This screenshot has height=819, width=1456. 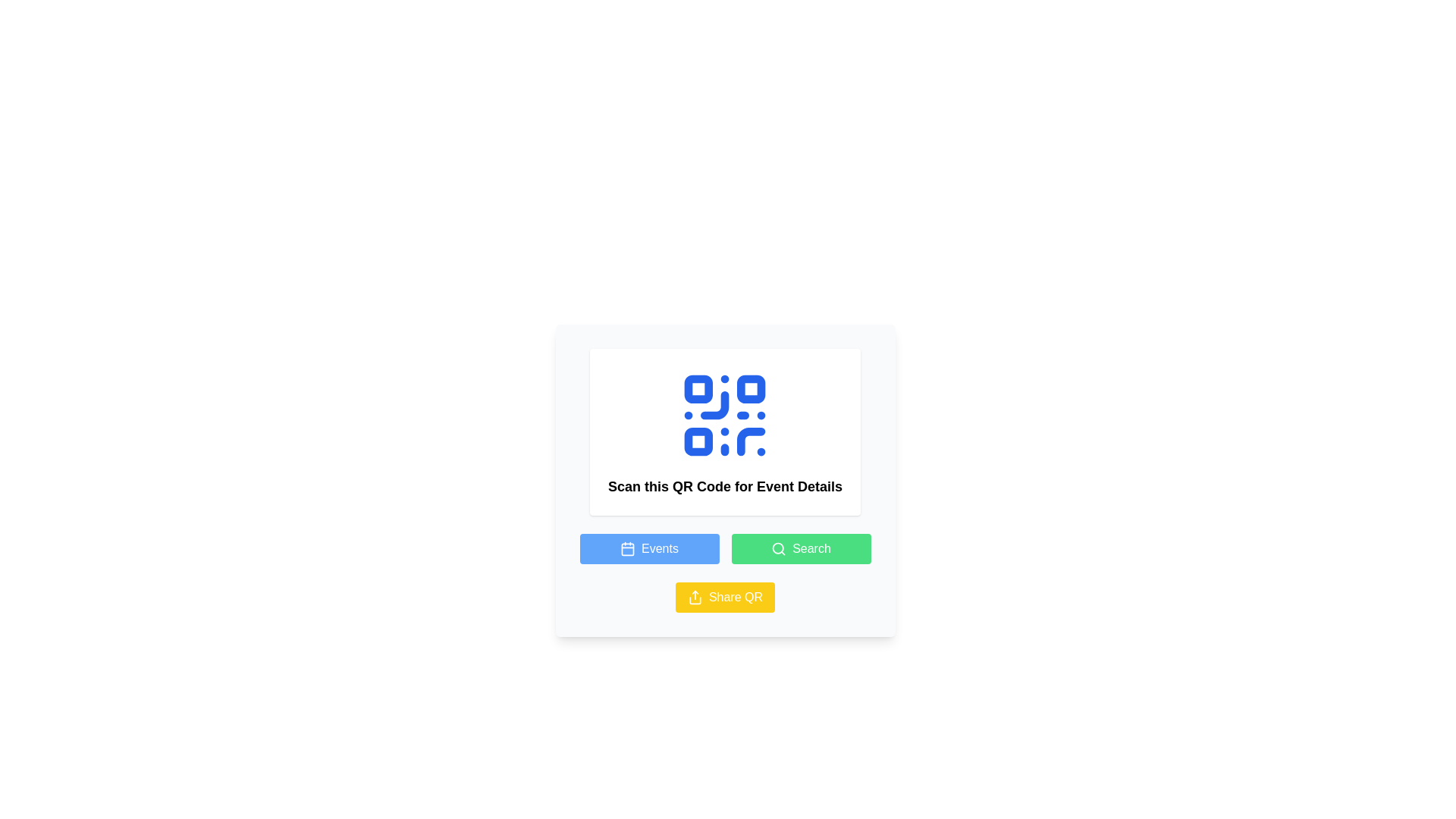 What do you see at coordinates (724, 415) in the screenshot?
I see `the blue QR code graphic prominently displayed at the top of the card interface, above the text 'Scan this QR Code for Event Details.'` at bounding box center [724, 415].